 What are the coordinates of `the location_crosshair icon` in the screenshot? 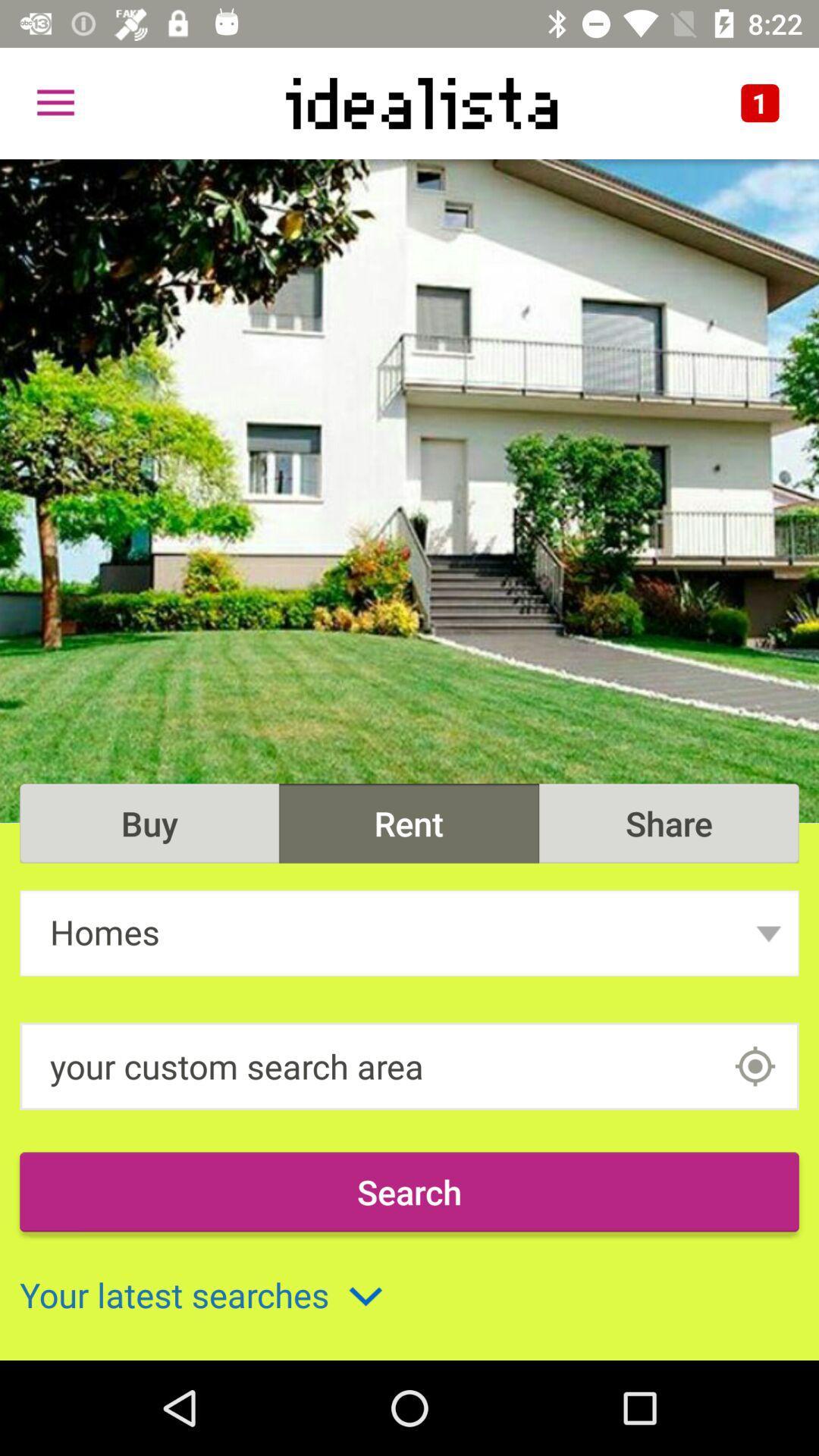 It's located at (755, 1065).